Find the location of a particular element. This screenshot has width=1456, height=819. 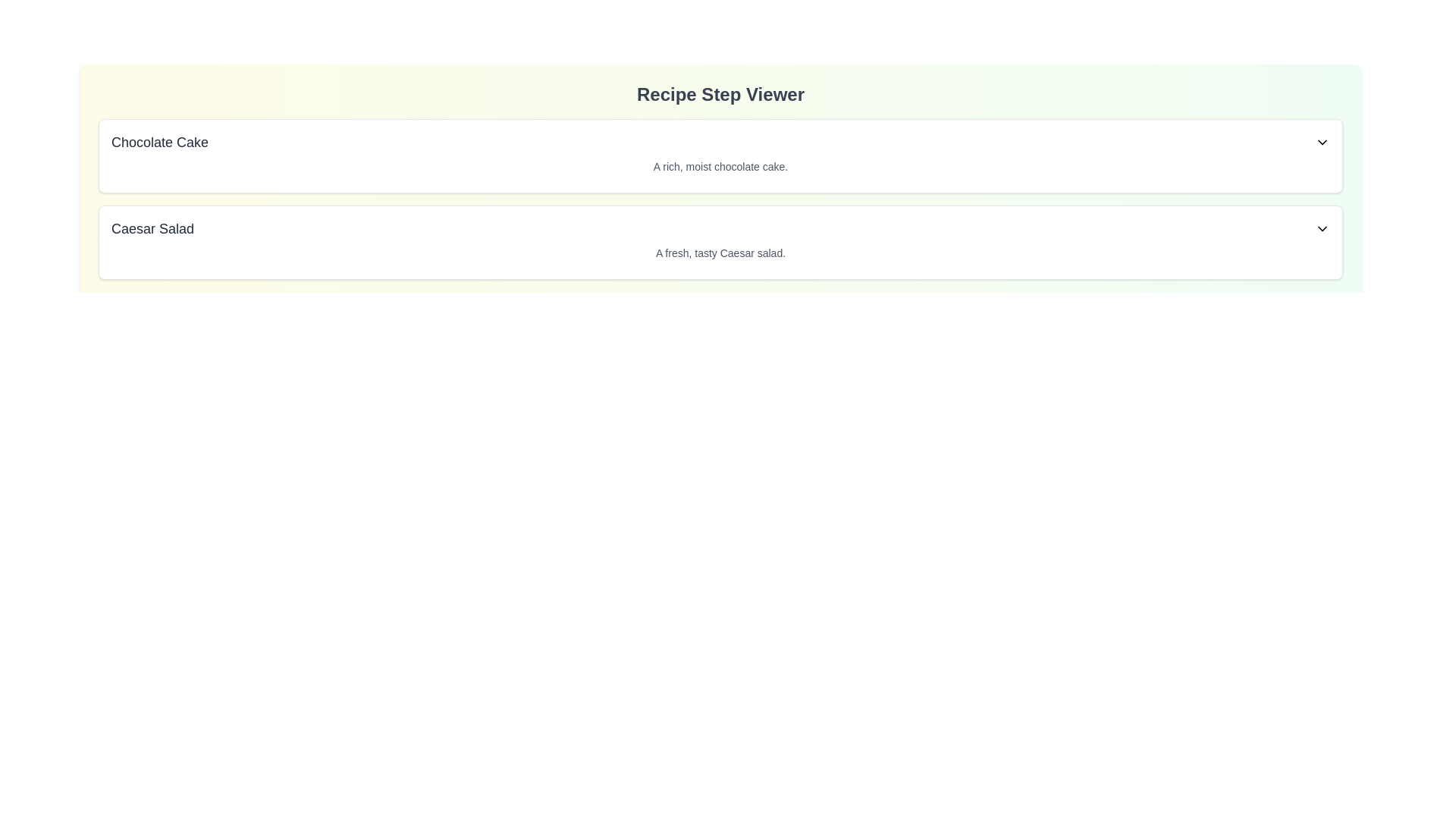

the downward-facing chevron icon button located at the rightmost position of the row titled 'Chocolate Cake' is located at coordinates (1321, 143).